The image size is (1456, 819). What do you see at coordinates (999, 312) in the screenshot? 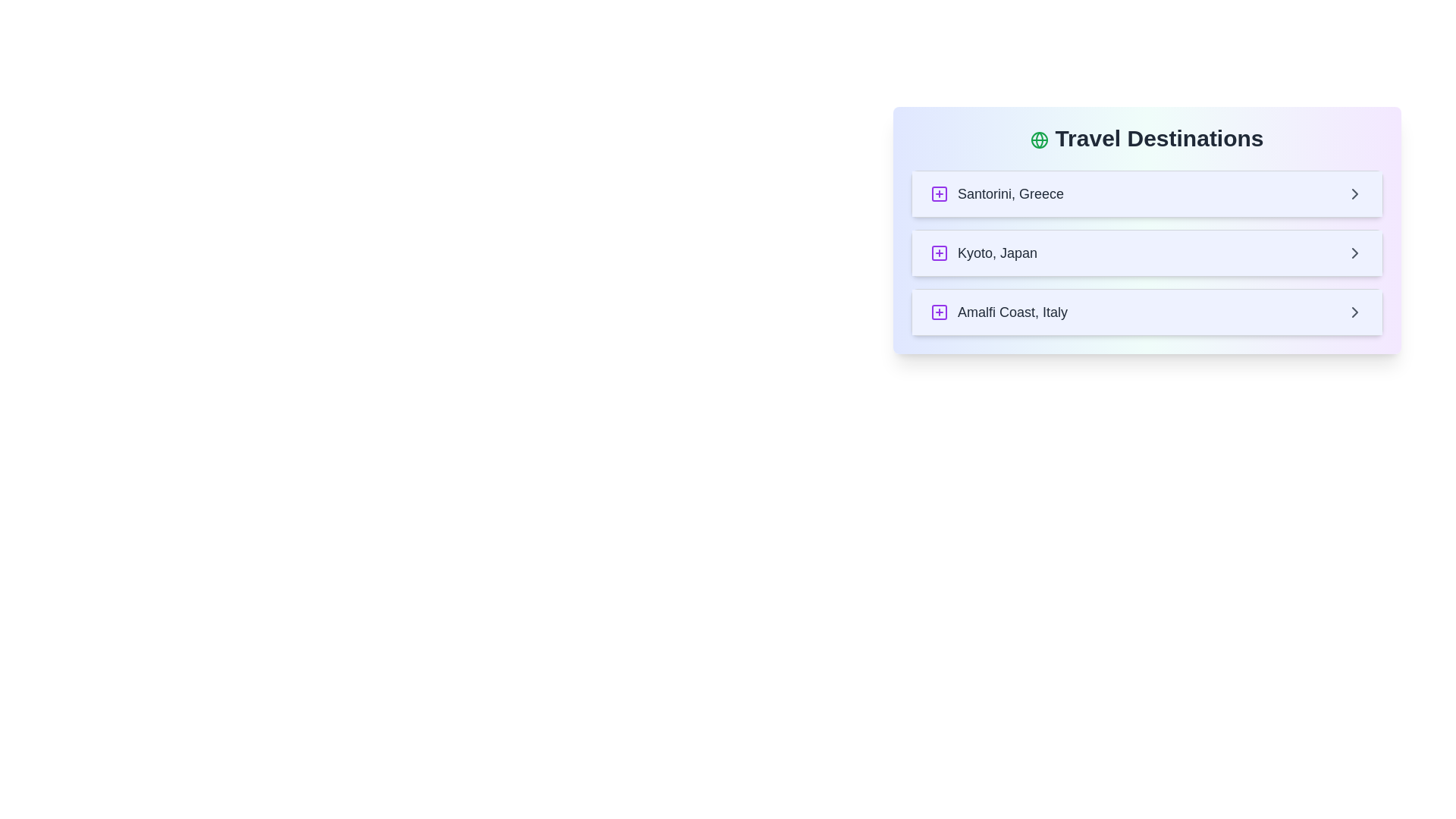
I see `the text label displaying 'Amalfi Coast, Italy' which is positioned to the right of a purple square-plus icon in the bottom row of the destination list` at bounding box center [999, 312].